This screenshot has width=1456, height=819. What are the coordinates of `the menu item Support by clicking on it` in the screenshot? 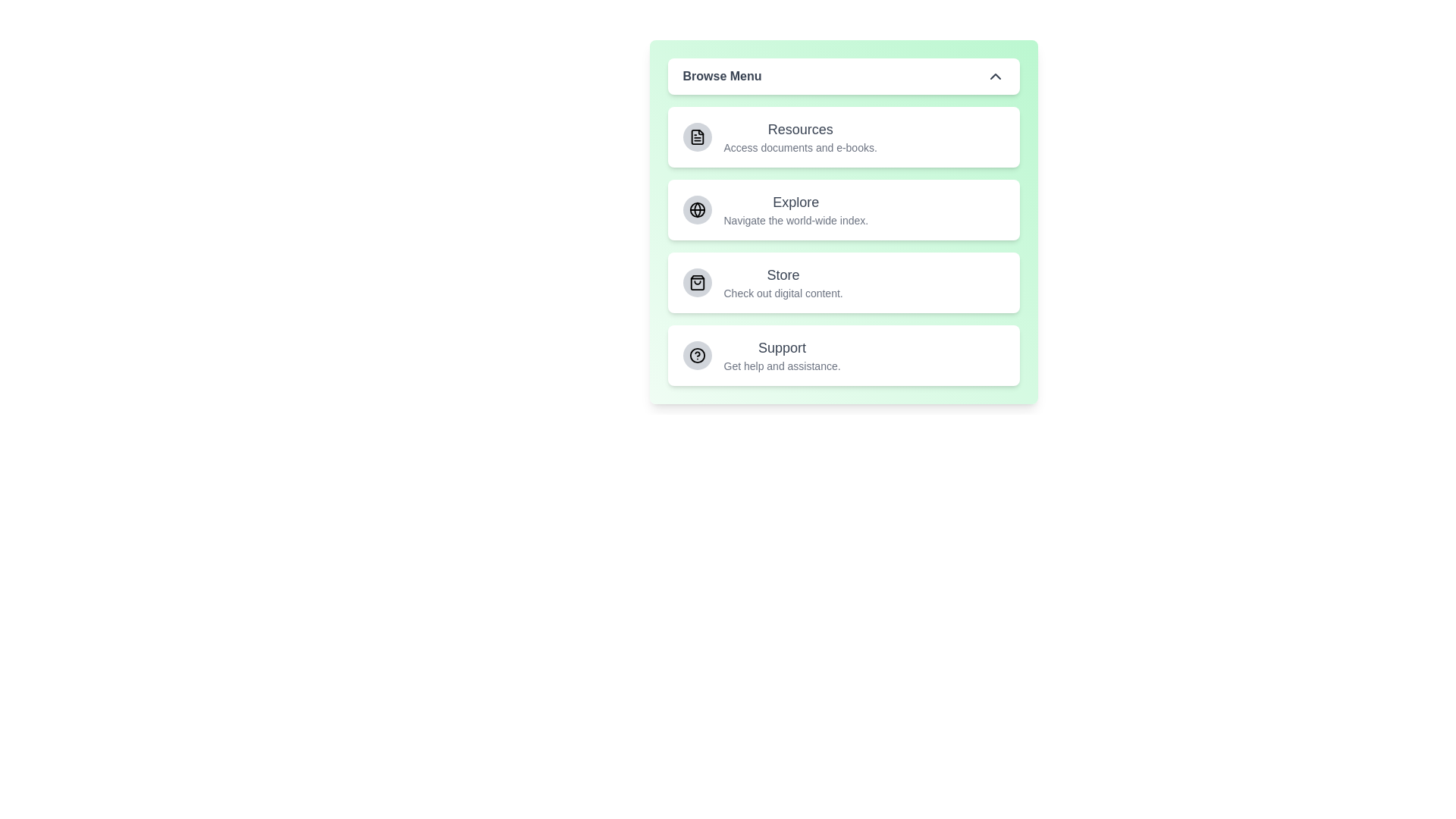 It's located at (843, 356).